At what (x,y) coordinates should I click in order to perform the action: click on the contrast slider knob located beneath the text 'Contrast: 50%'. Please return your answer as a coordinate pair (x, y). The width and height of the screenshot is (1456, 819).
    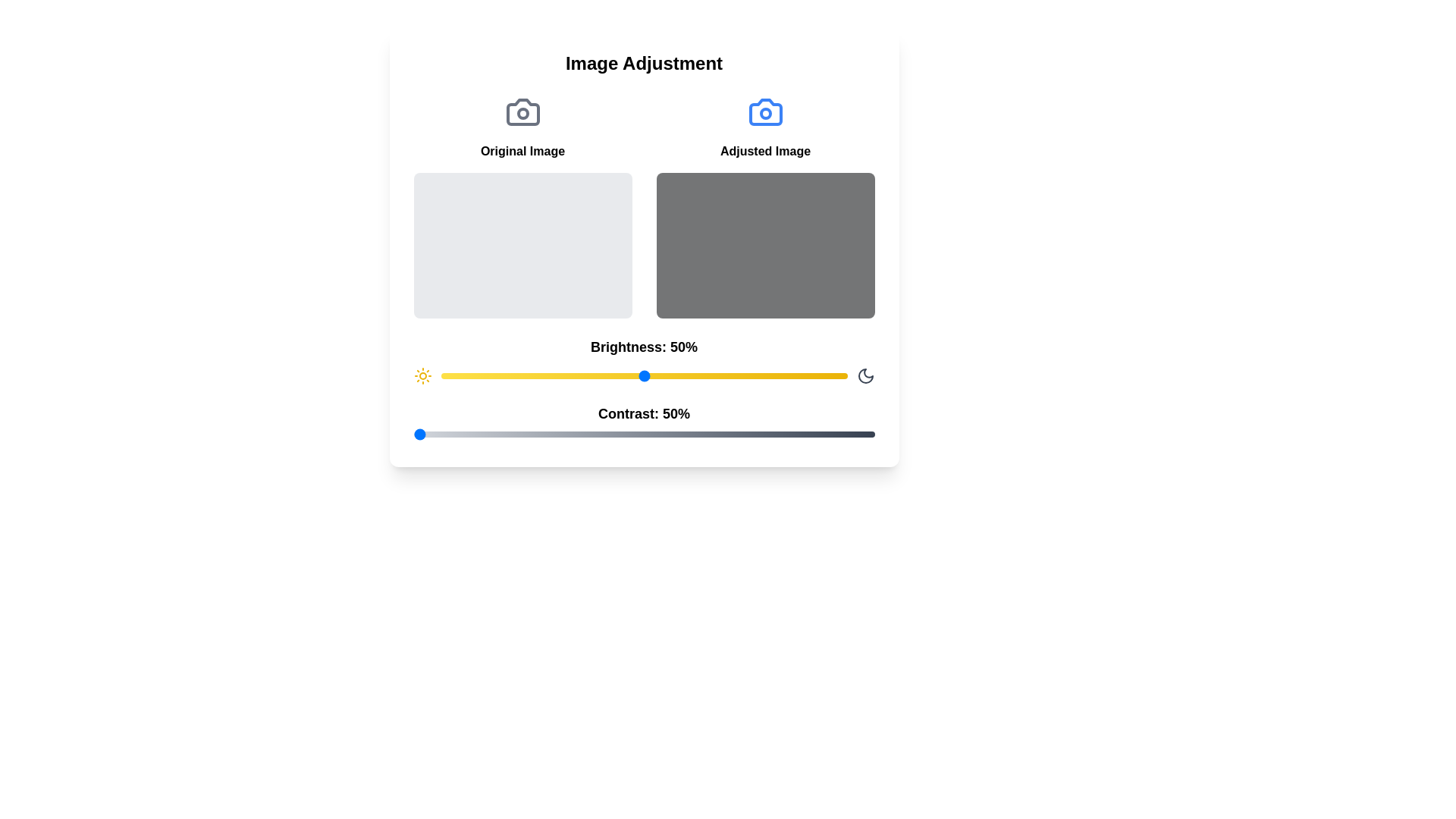
    Looking at the image, I should click on (644, 435).